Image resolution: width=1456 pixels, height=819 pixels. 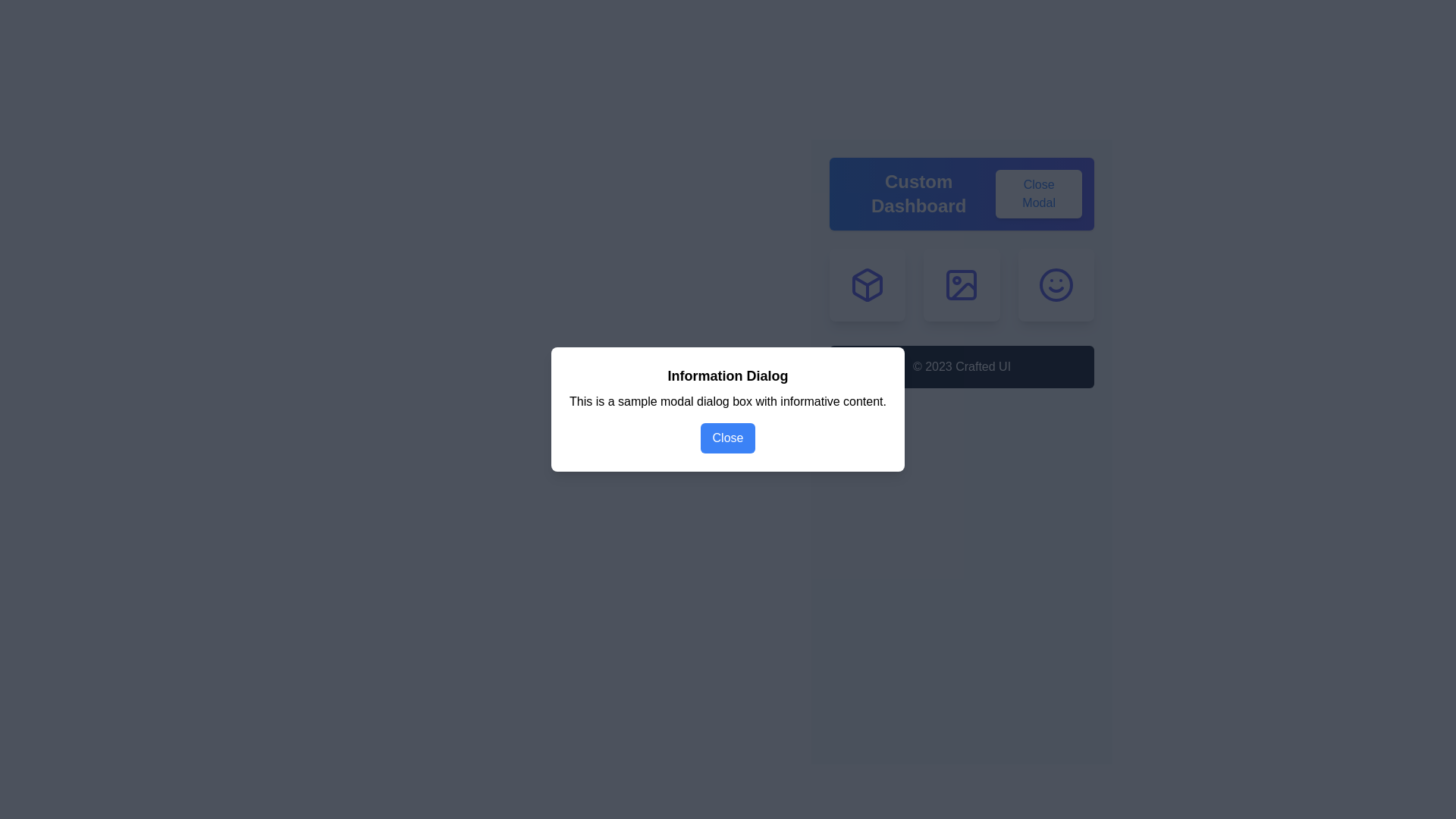 I want to click on the SVG icon represented by a diagonal line from top-left, so click(x=963, y=291).